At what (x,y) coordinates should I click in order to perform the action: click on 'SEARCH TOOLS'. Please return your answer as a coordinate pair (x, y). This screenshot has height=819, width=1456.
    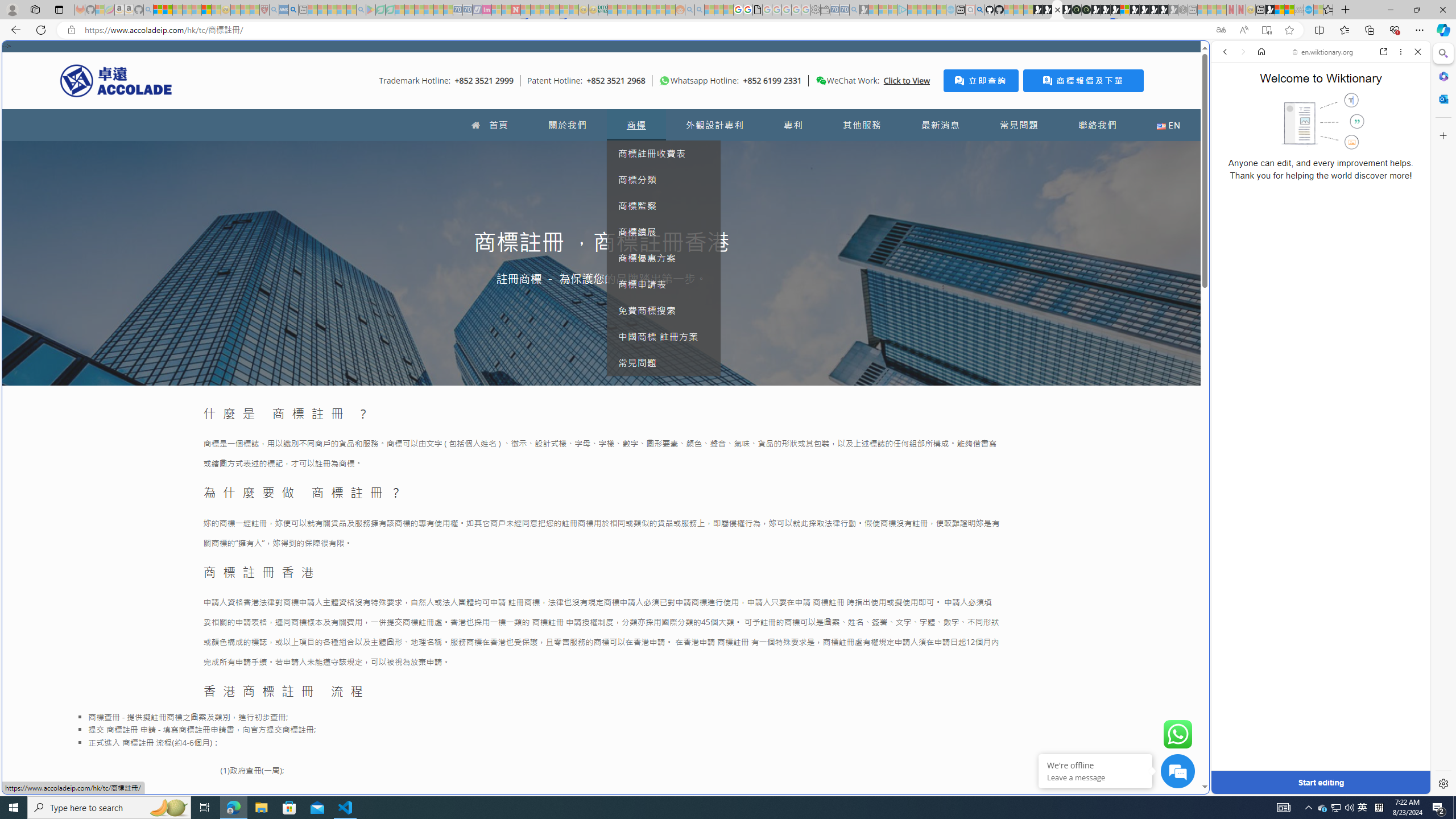
    Looking at the image, I should click on (1350, 130).